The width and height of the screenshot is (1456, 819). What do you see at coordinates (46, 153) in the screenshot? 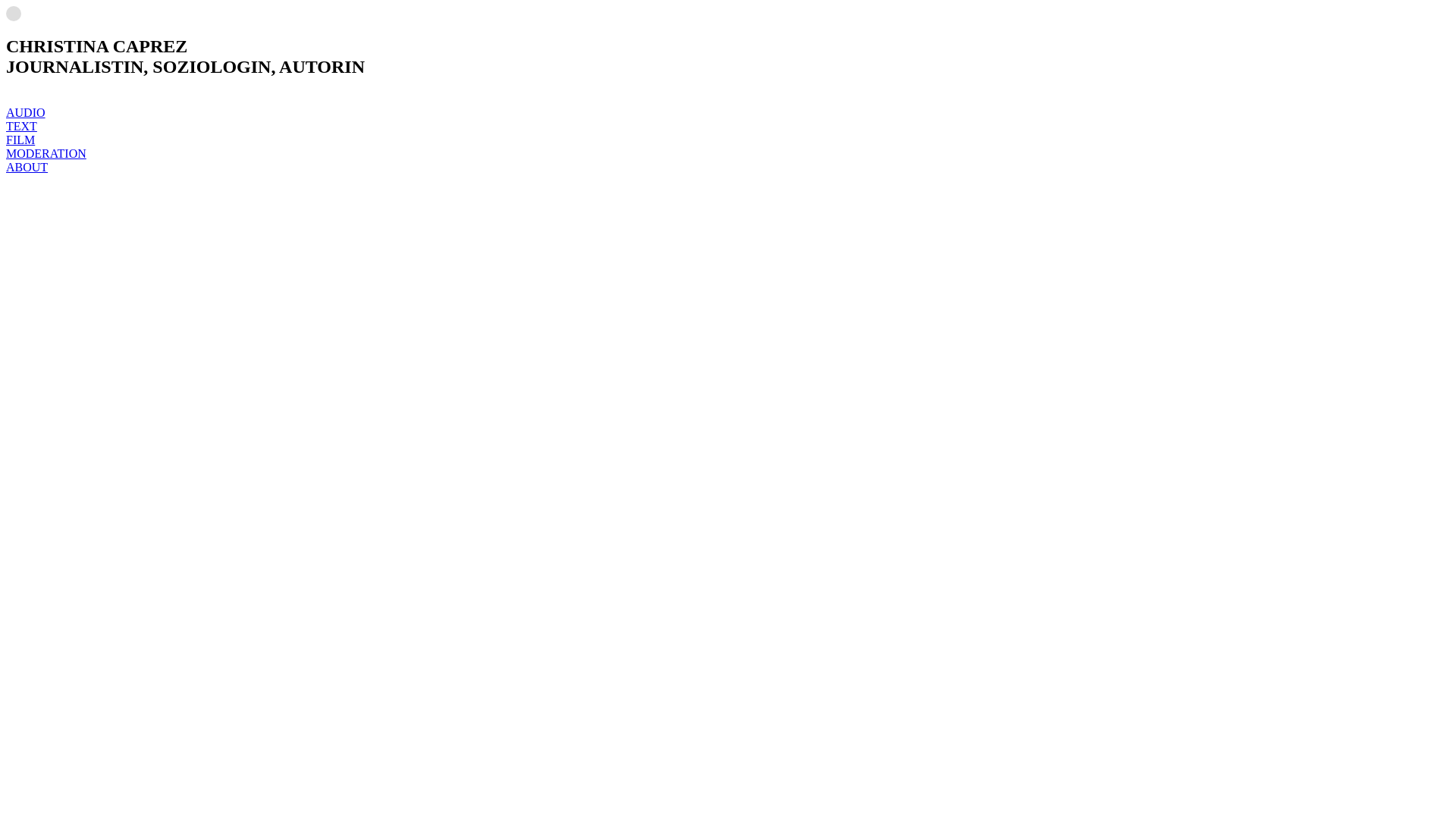
I see `'MODERATION'` at bounding box center [46, 153].